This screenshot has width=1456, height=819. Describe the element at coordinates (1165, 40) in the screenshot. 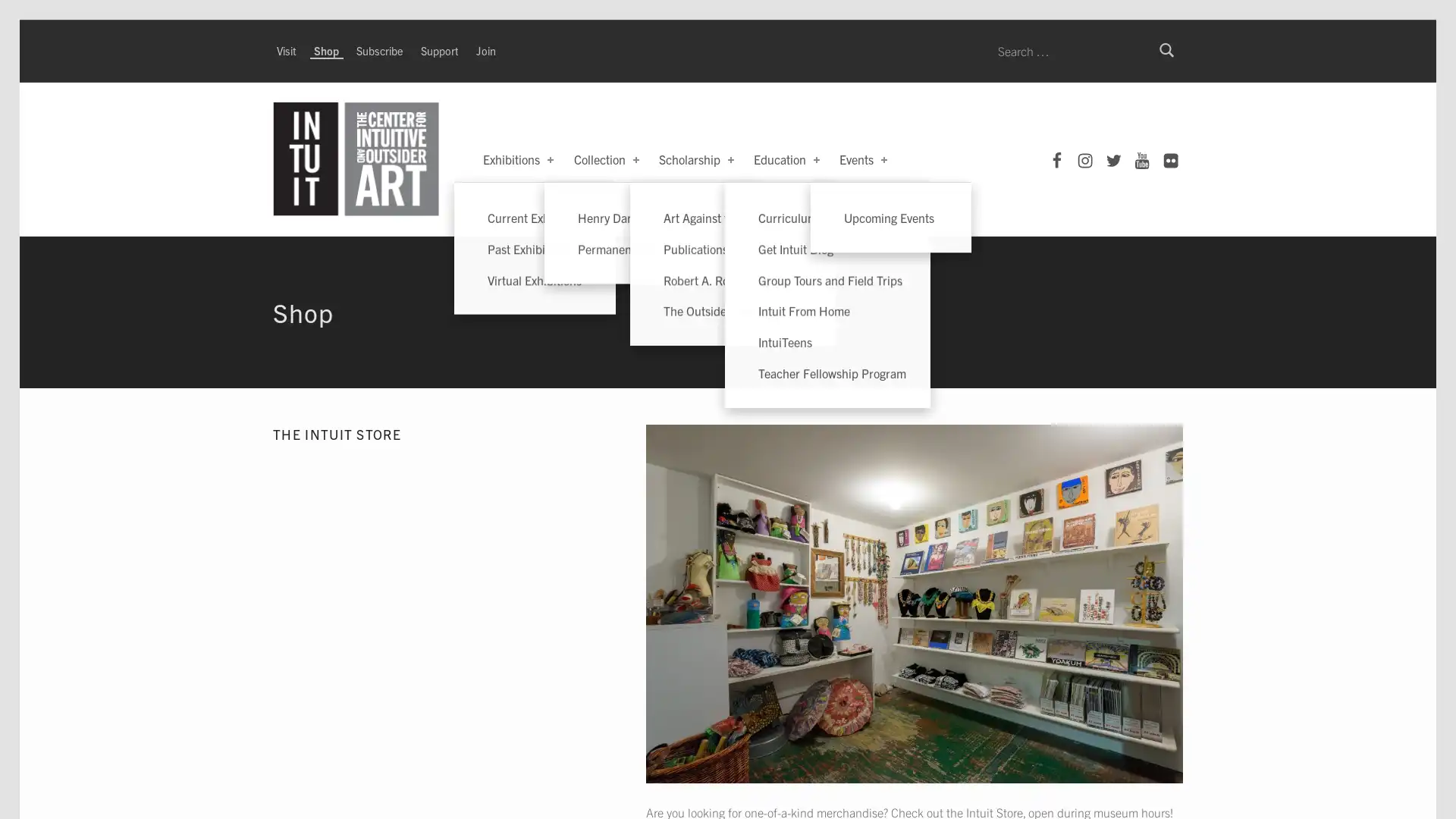

I see `Search` at that location.